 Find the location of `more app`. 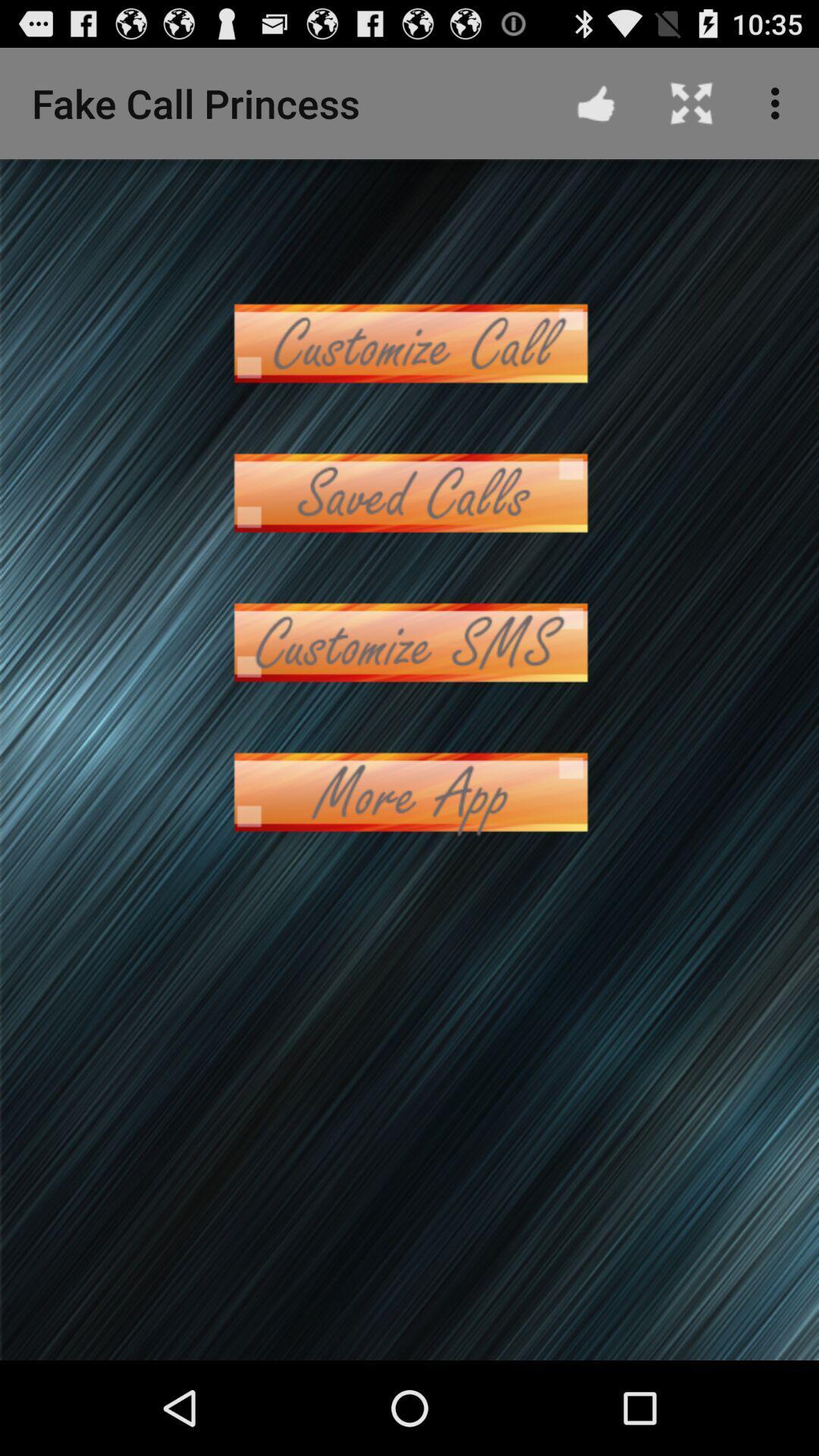

more app is located at coordinates (409, 791).